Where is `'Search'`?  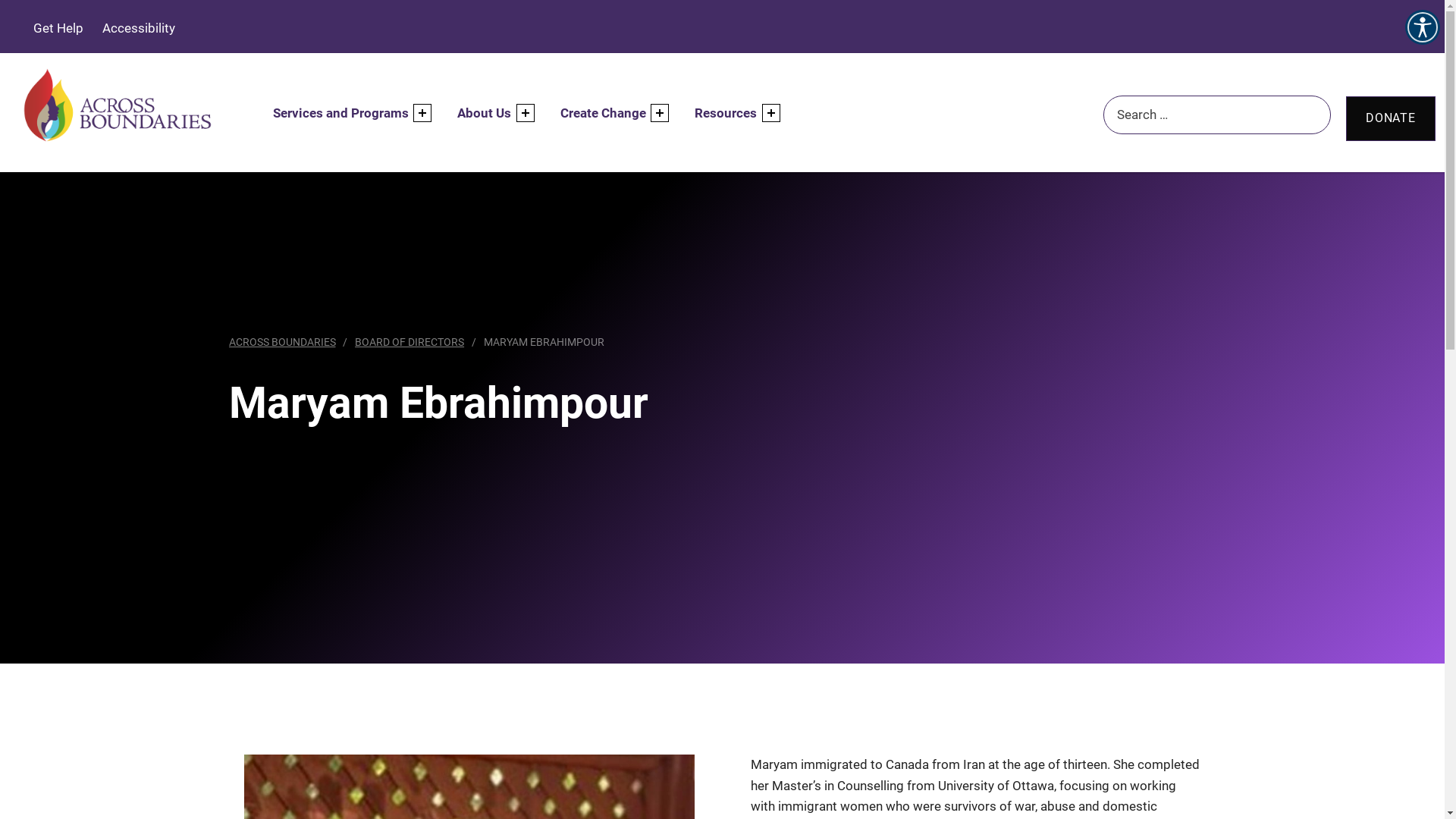
'Search' is located at coordinates (33, 18).